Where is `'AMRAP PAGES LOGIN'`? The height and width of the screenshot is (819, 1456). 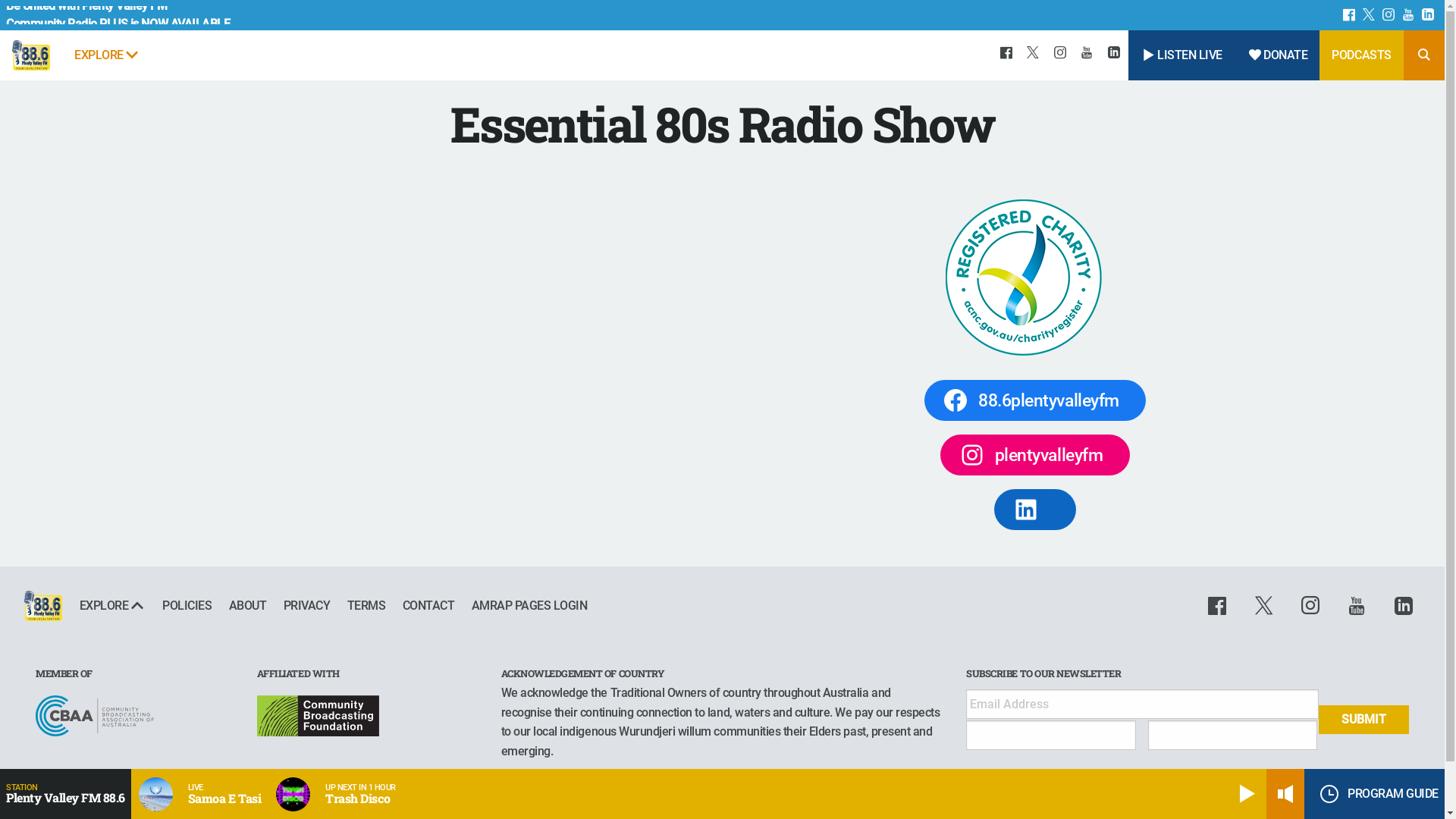
'AMRAP PAGES LOGIN' is located at coordinates (524, 604).